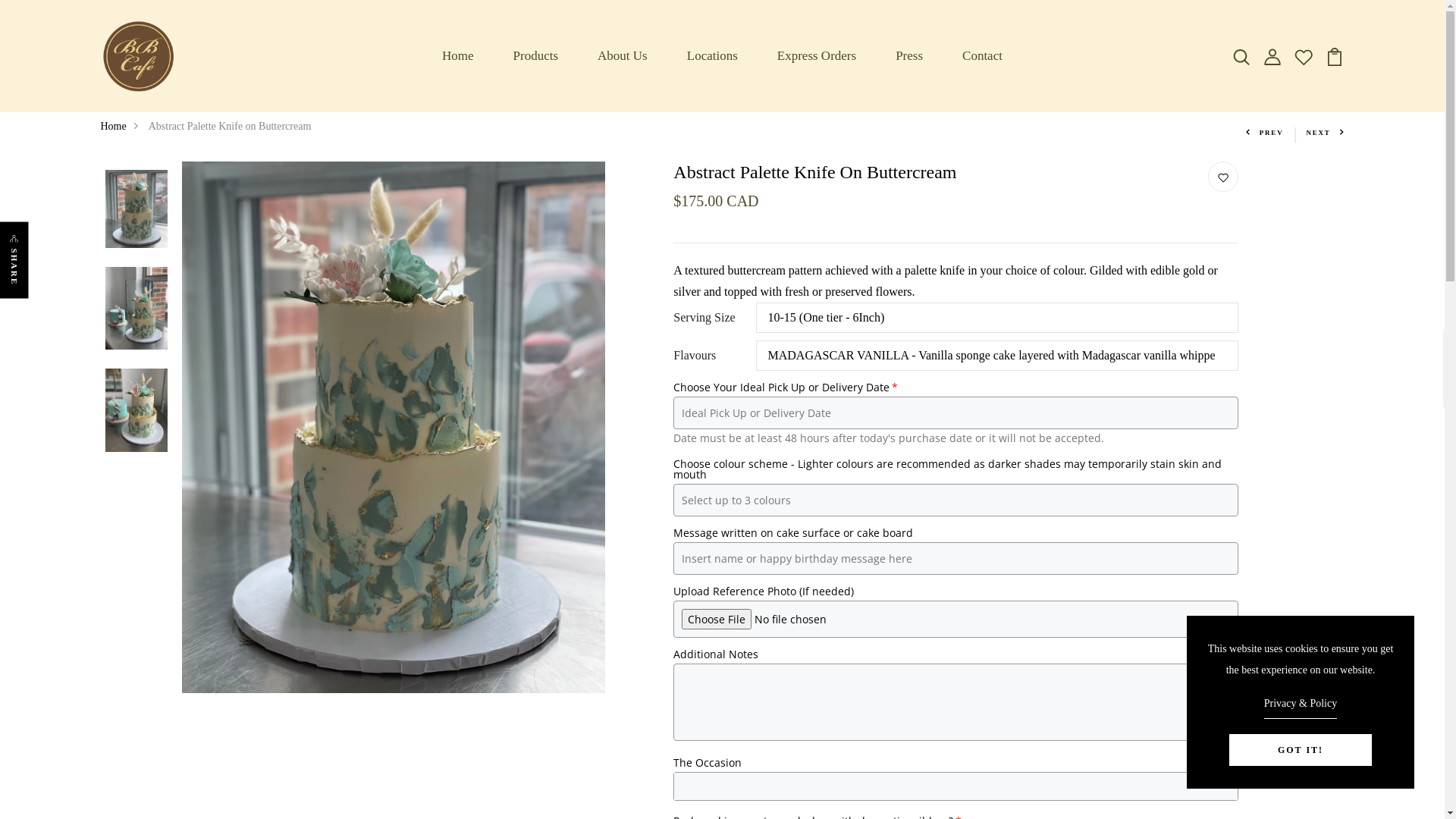 The image size is (1456, 819). Describe the element at coordinates (622, 55) in the screenshot. I see `'About Us'` at that location.